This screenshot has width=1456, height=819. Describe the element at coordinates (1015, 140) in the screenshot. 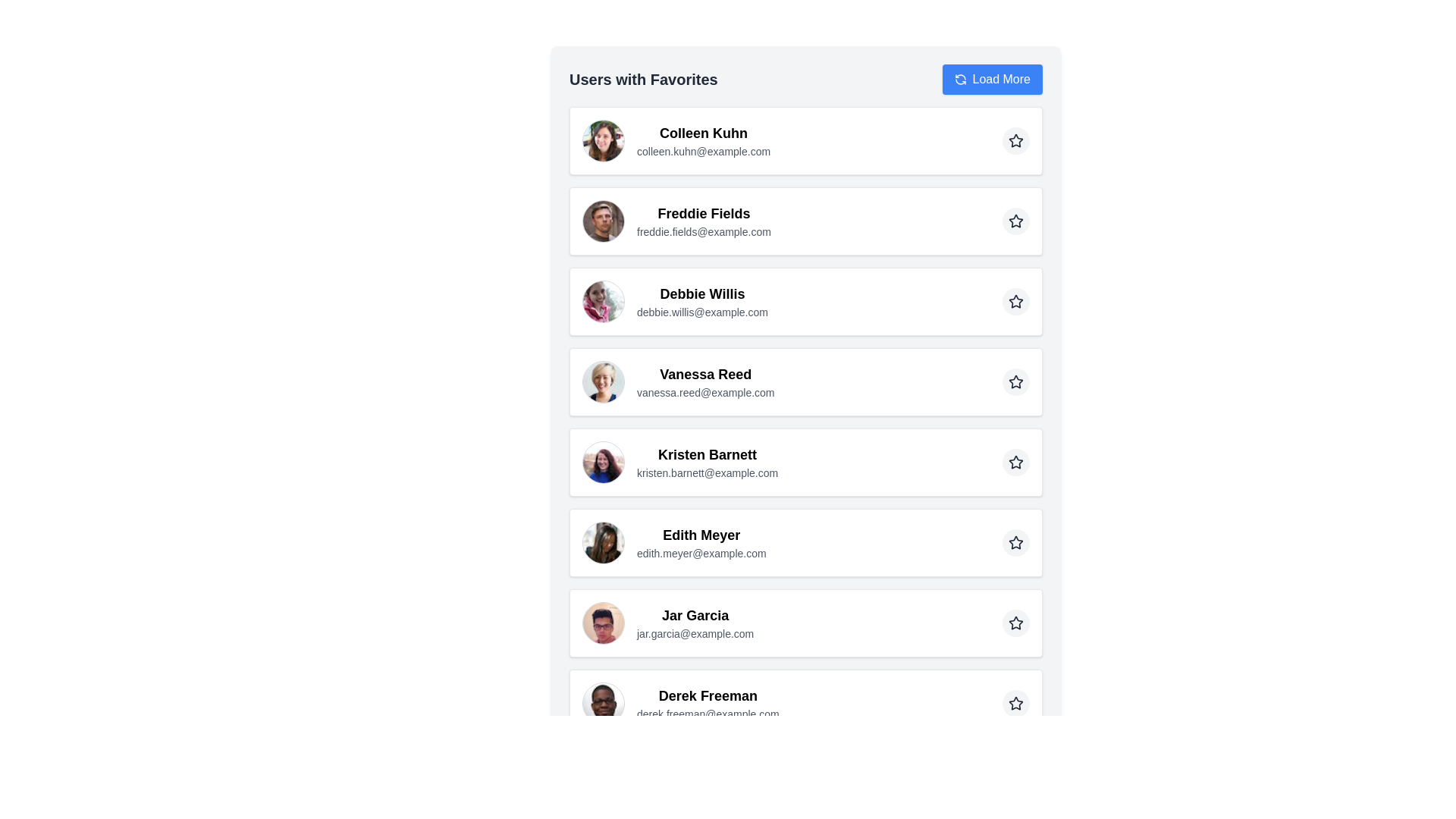

I see `the first star icon to the right of Colleen Kuhn's name` at that location.